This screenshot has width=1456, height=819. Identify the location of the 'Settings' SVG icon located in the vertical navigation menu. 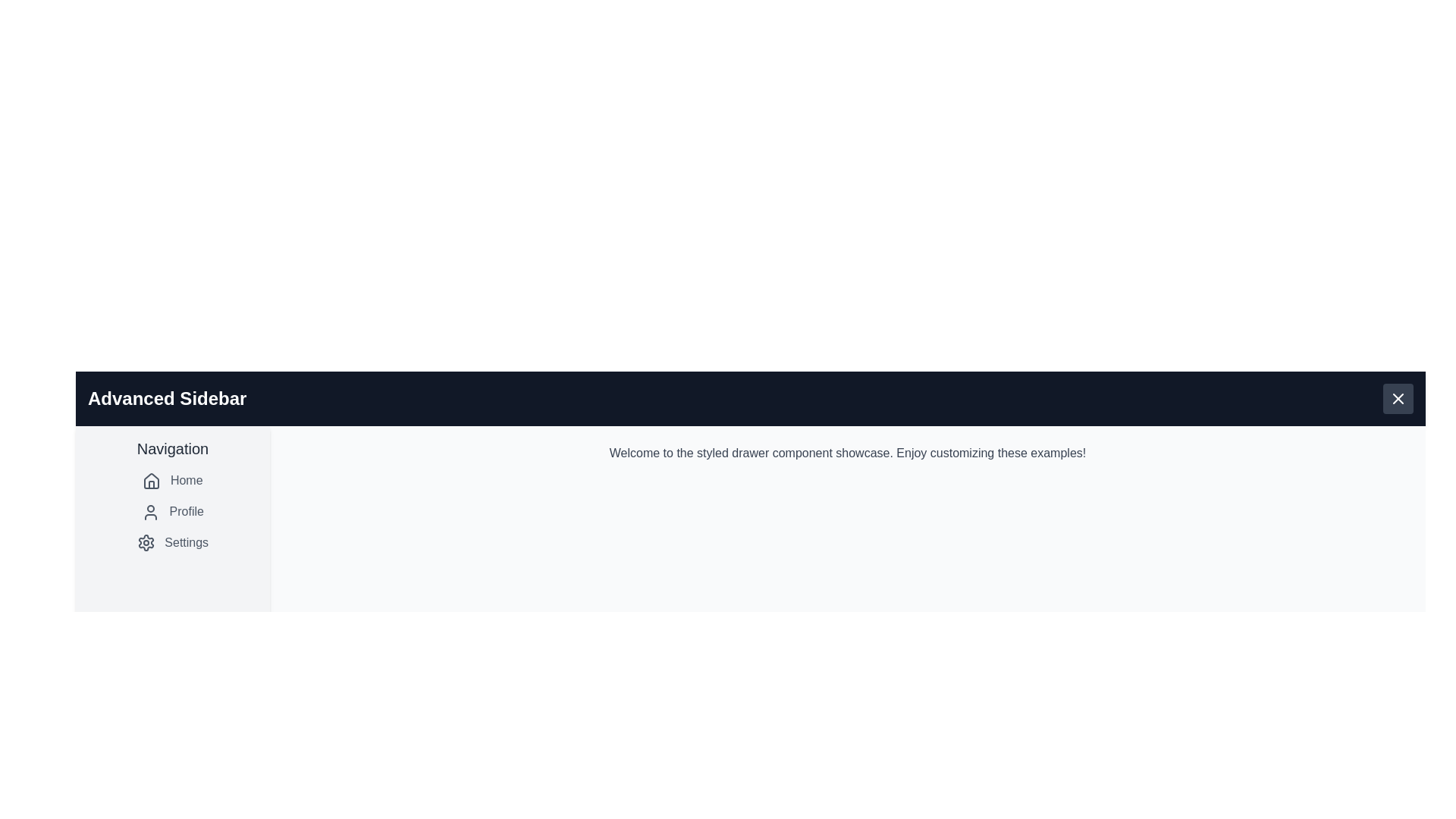
(146, 542).